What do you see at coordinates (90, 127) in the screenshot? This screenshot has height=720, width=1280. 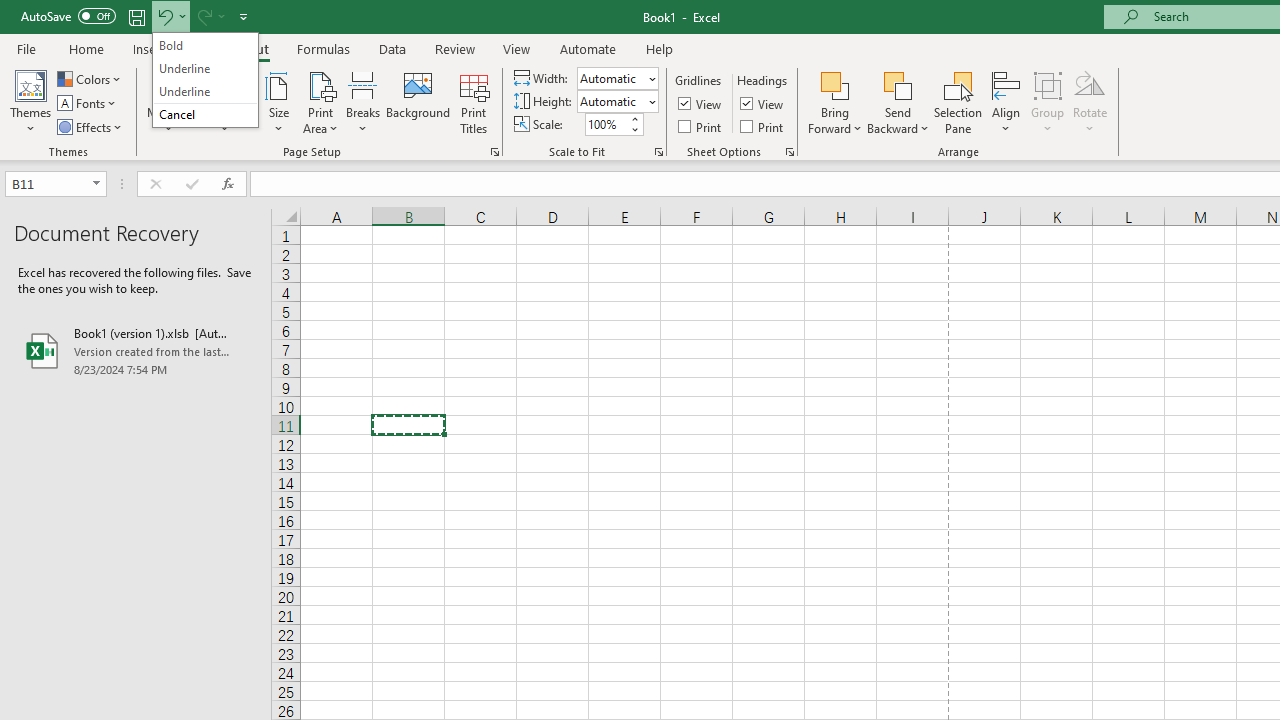 I see `'Effects'` at bounding box center [90, 127].